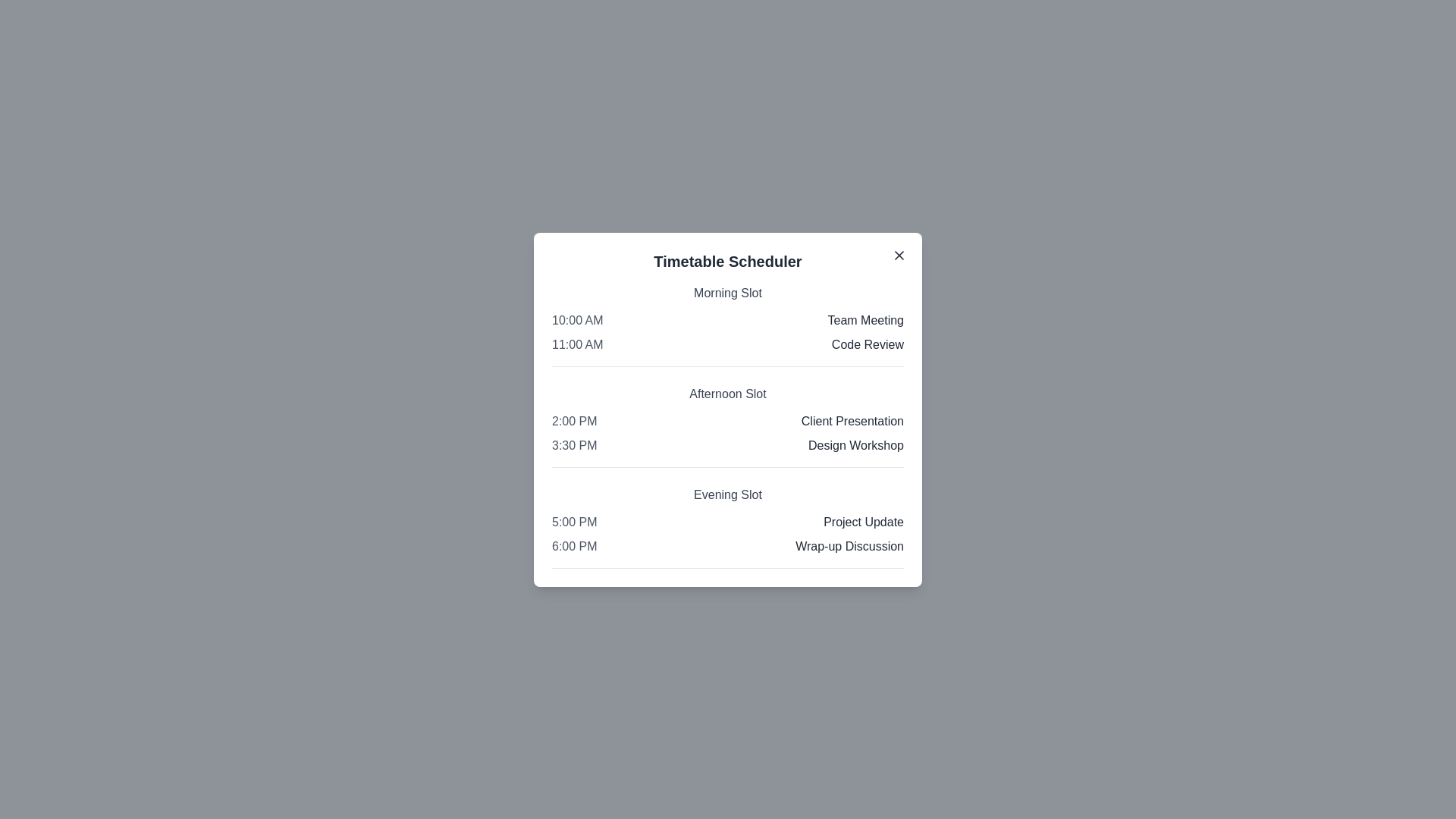 This screenshot has height=819, width=1456. I want to click on the slot title Afternoon Slot to highlight it, so click(728, 393).